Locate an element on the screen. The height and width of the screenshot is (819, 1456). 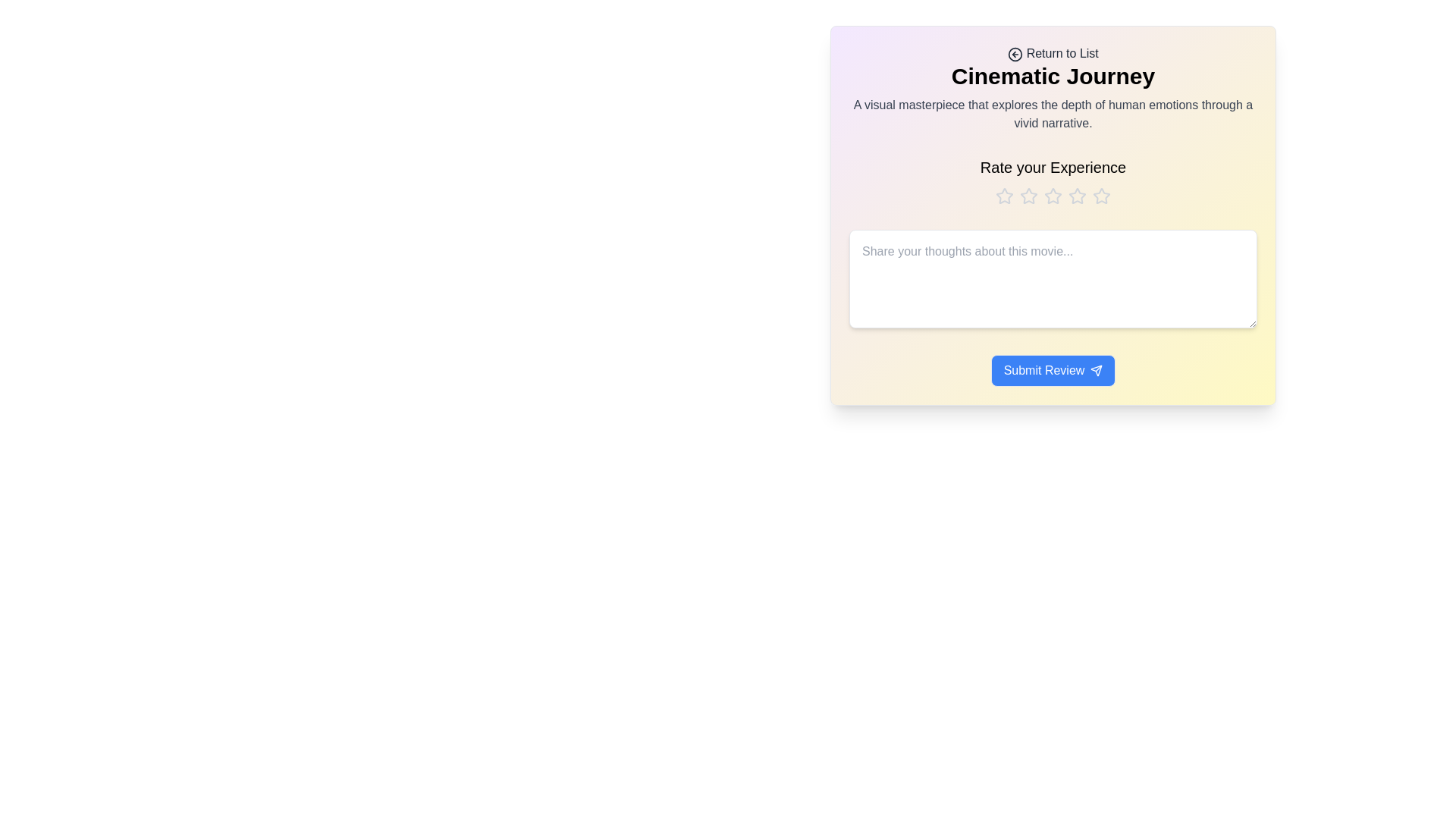
the navigation icon located at the top-left side of the header, preceding the 'Return to List' label is located at coordinates (1015, 53).